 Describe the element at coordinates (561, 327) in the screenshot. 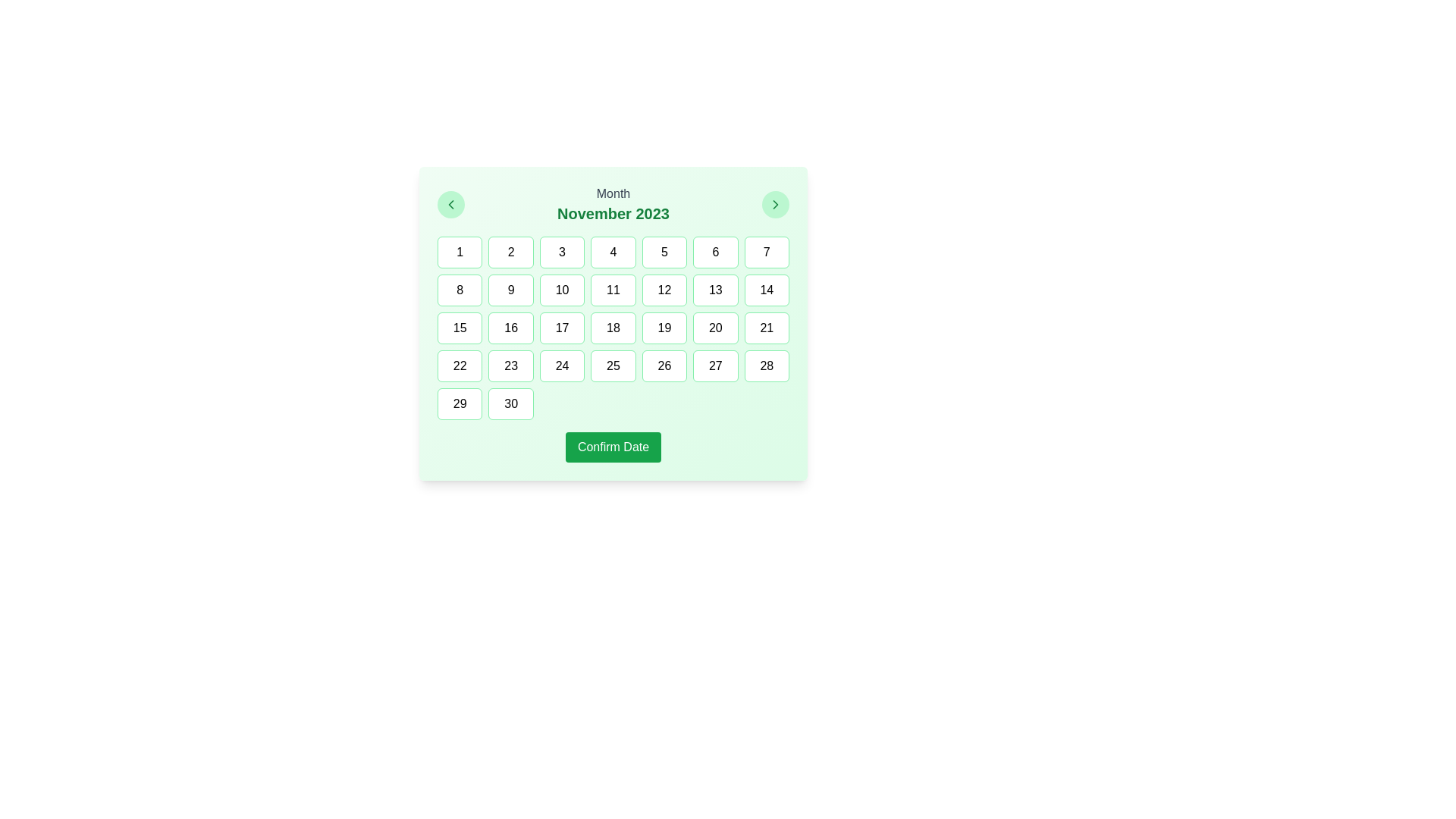

I see `the button indicating the date '17th' in the calendar interface` at that location.